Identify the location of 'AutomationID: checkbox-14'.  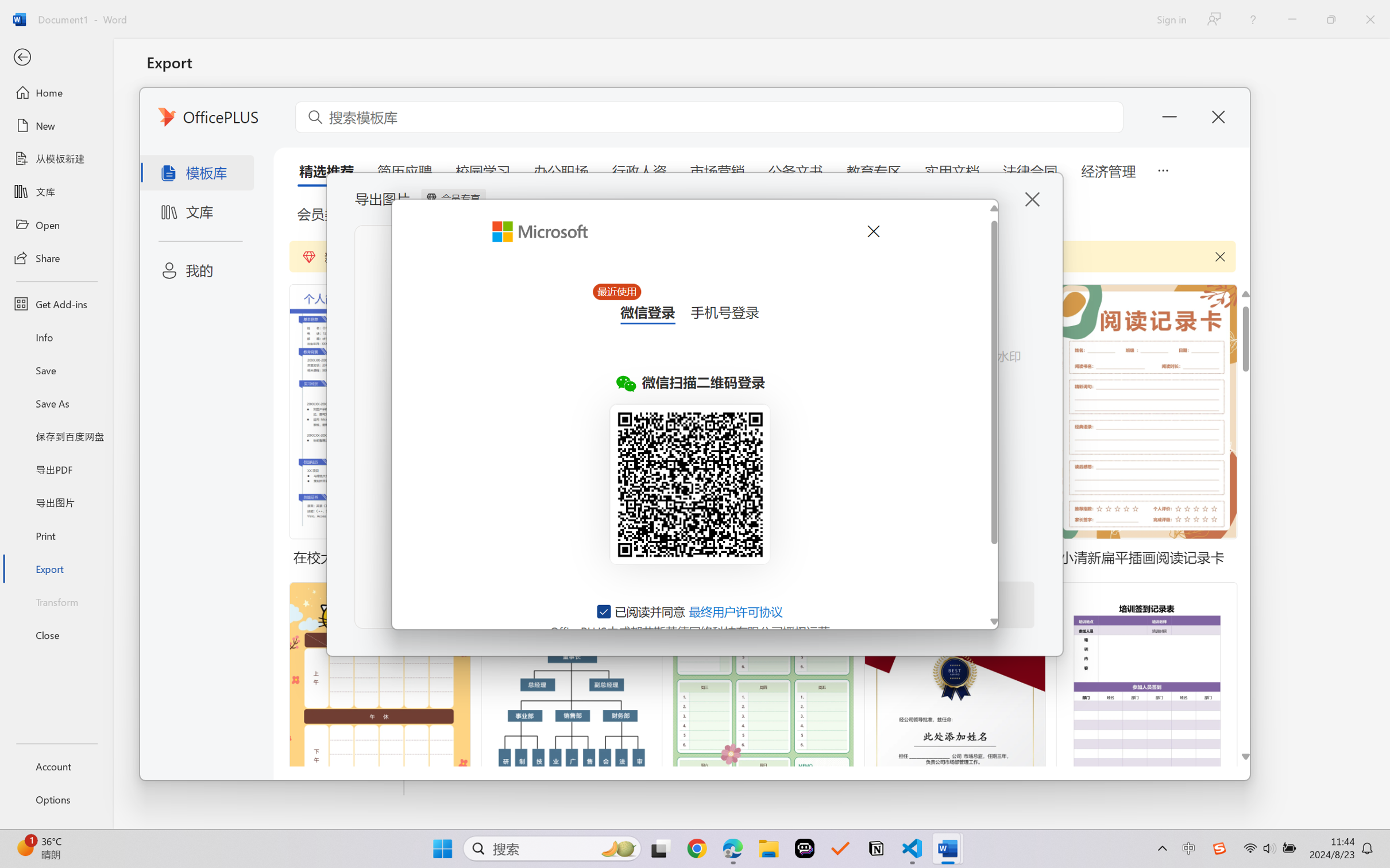
(604, 611).